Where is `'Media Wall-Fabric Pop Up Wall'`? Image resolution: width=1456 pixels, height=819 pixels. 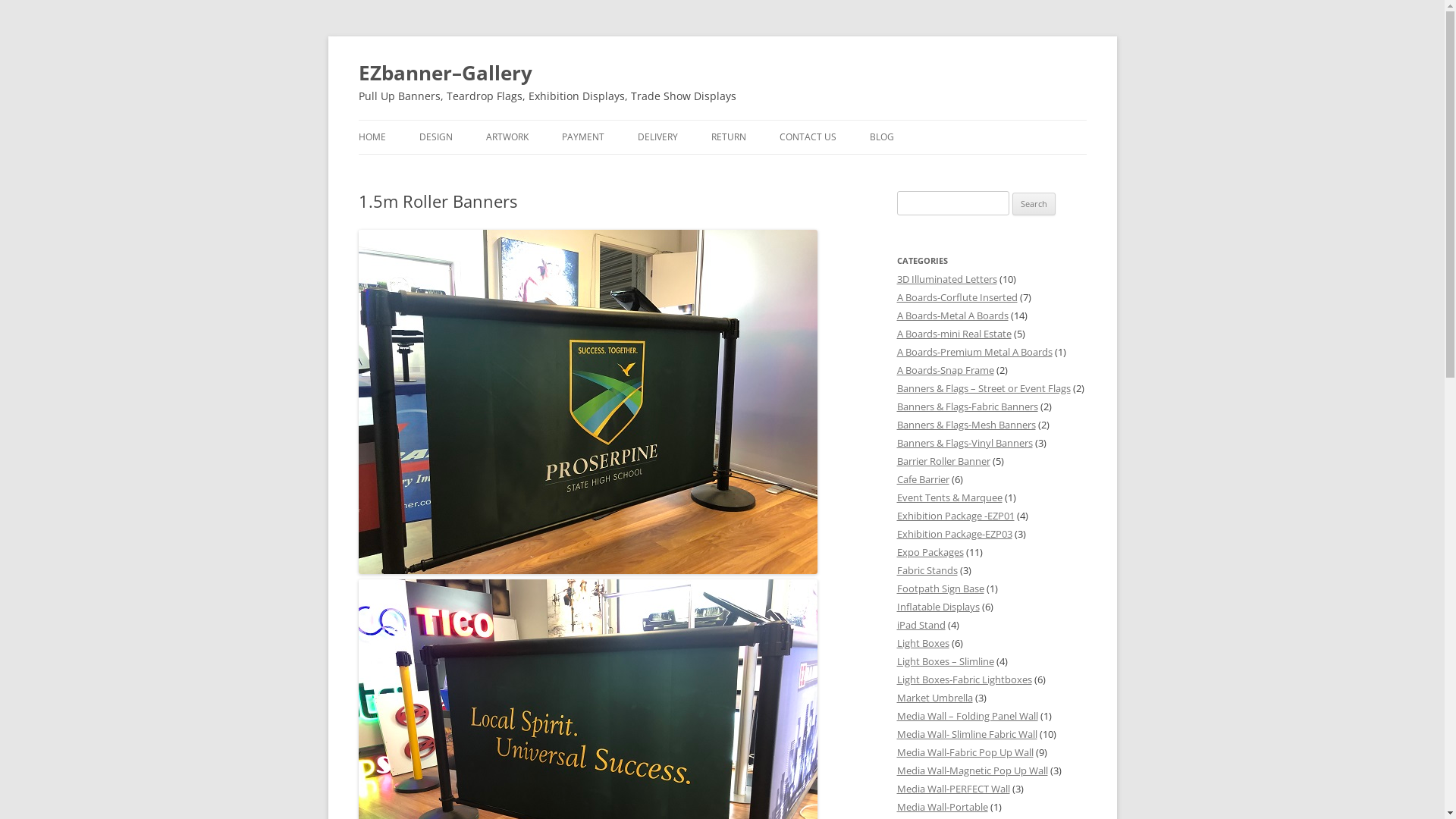
'Media Wall-Fabric Pop Up Wall' is located at coordinates (896, 752).